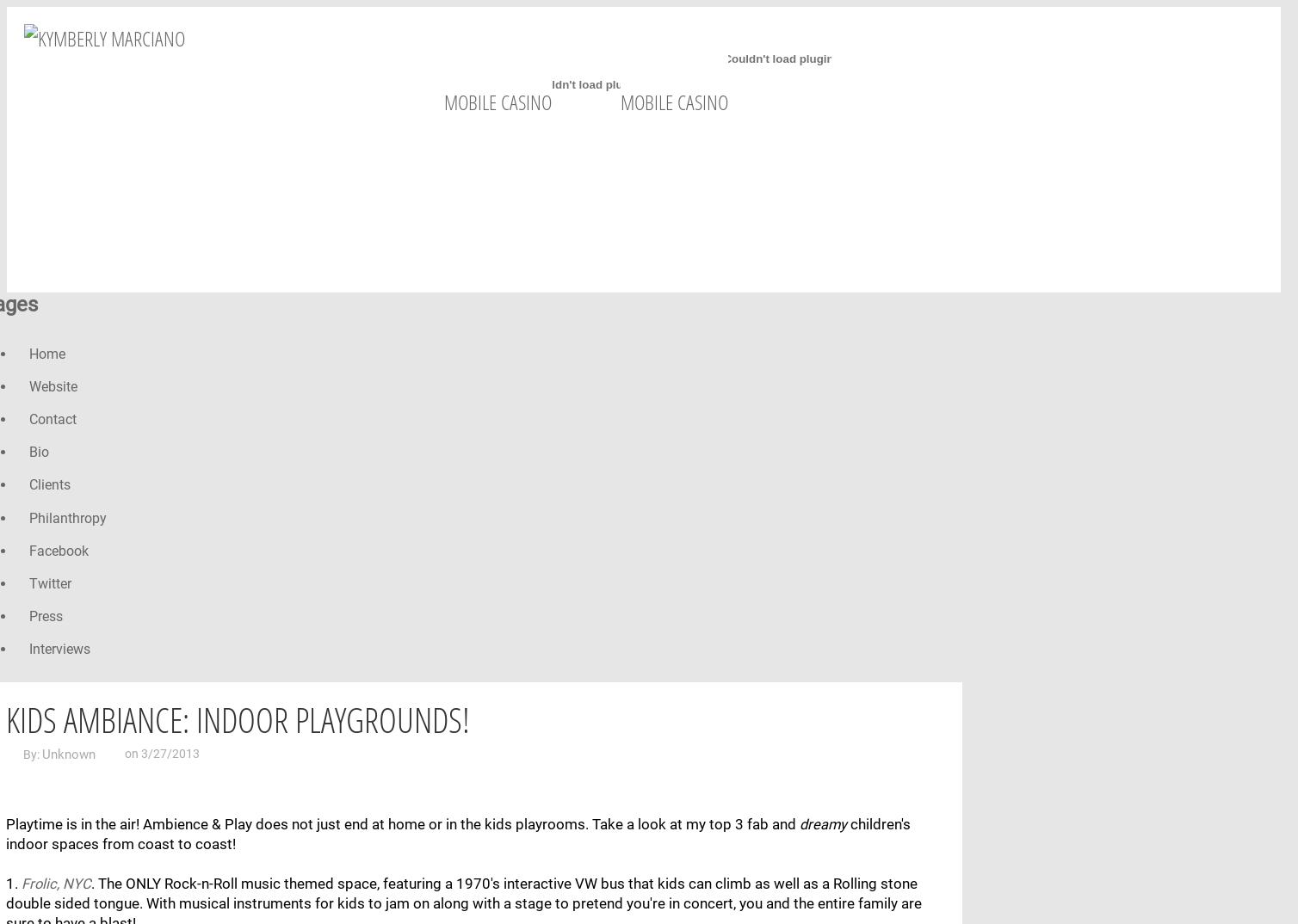  I want to click on 'Kids Ambiance: Indoor Playgrounds!', so click(237, 718).